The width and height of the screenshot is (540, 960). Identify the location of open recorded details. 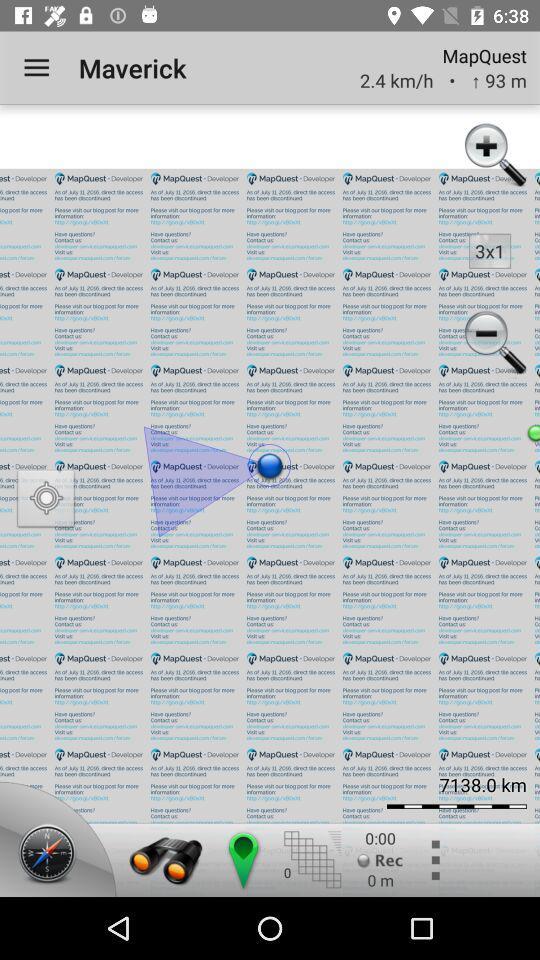
(380, 859).